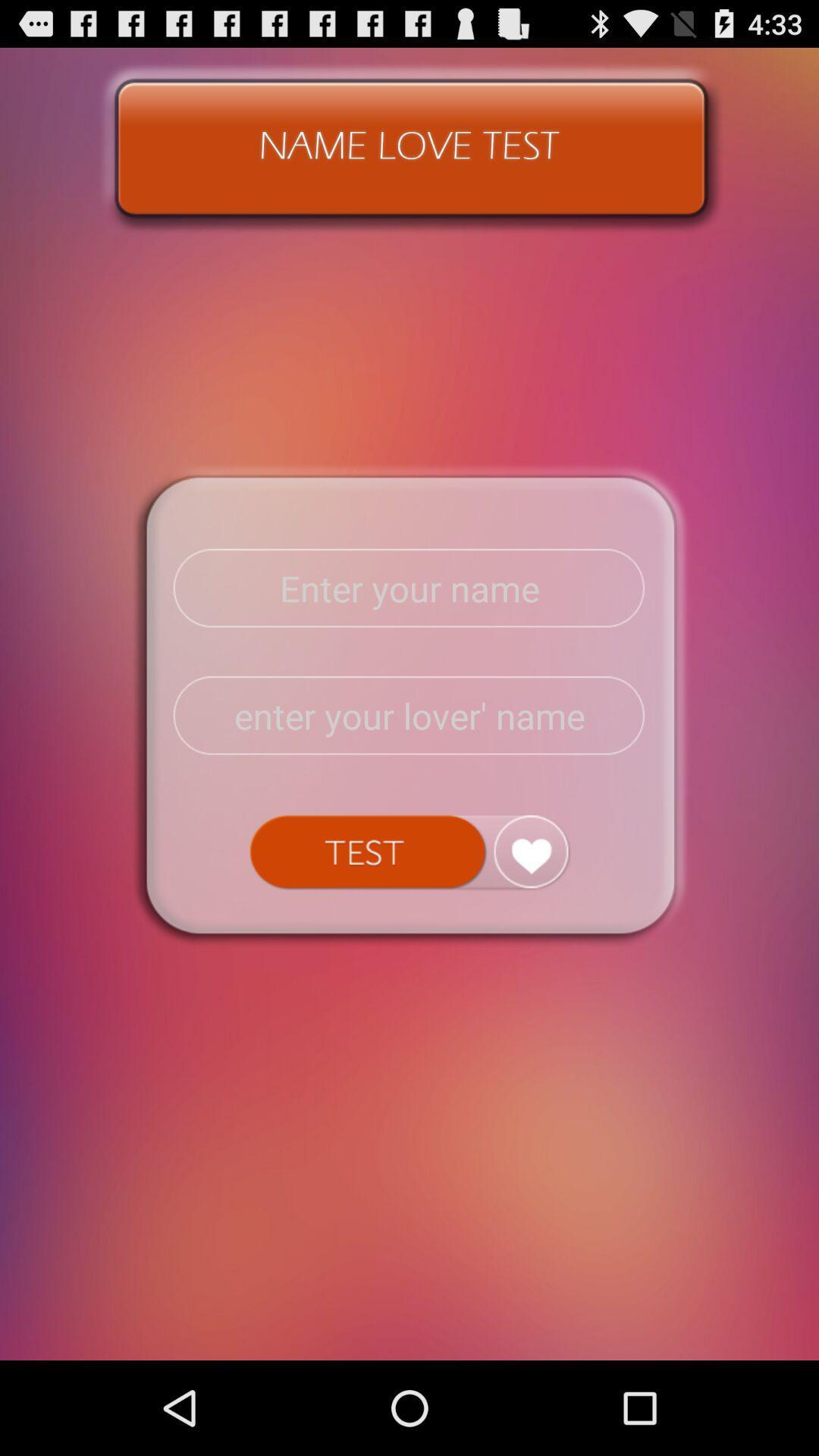  I want to click on input name, so click(409, 588).